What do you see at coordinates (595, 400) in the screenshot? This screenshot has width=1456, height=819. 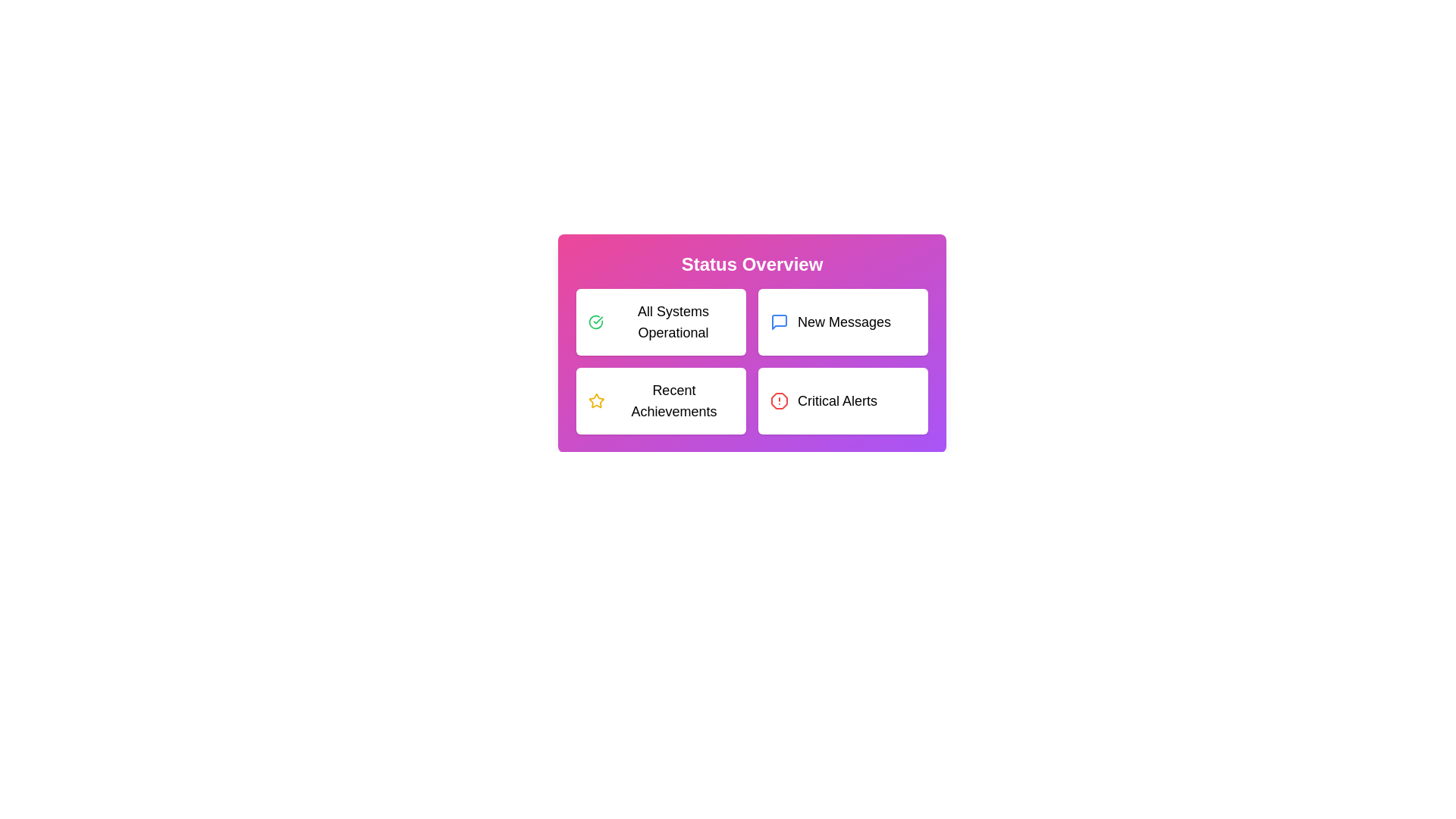 I see `the star icon representing an achievement in the 'Recent Achievements' section, located below the 'Status Overview' title and to the left of the 'Critical Alerts' section` at bounding box center [595, 400].